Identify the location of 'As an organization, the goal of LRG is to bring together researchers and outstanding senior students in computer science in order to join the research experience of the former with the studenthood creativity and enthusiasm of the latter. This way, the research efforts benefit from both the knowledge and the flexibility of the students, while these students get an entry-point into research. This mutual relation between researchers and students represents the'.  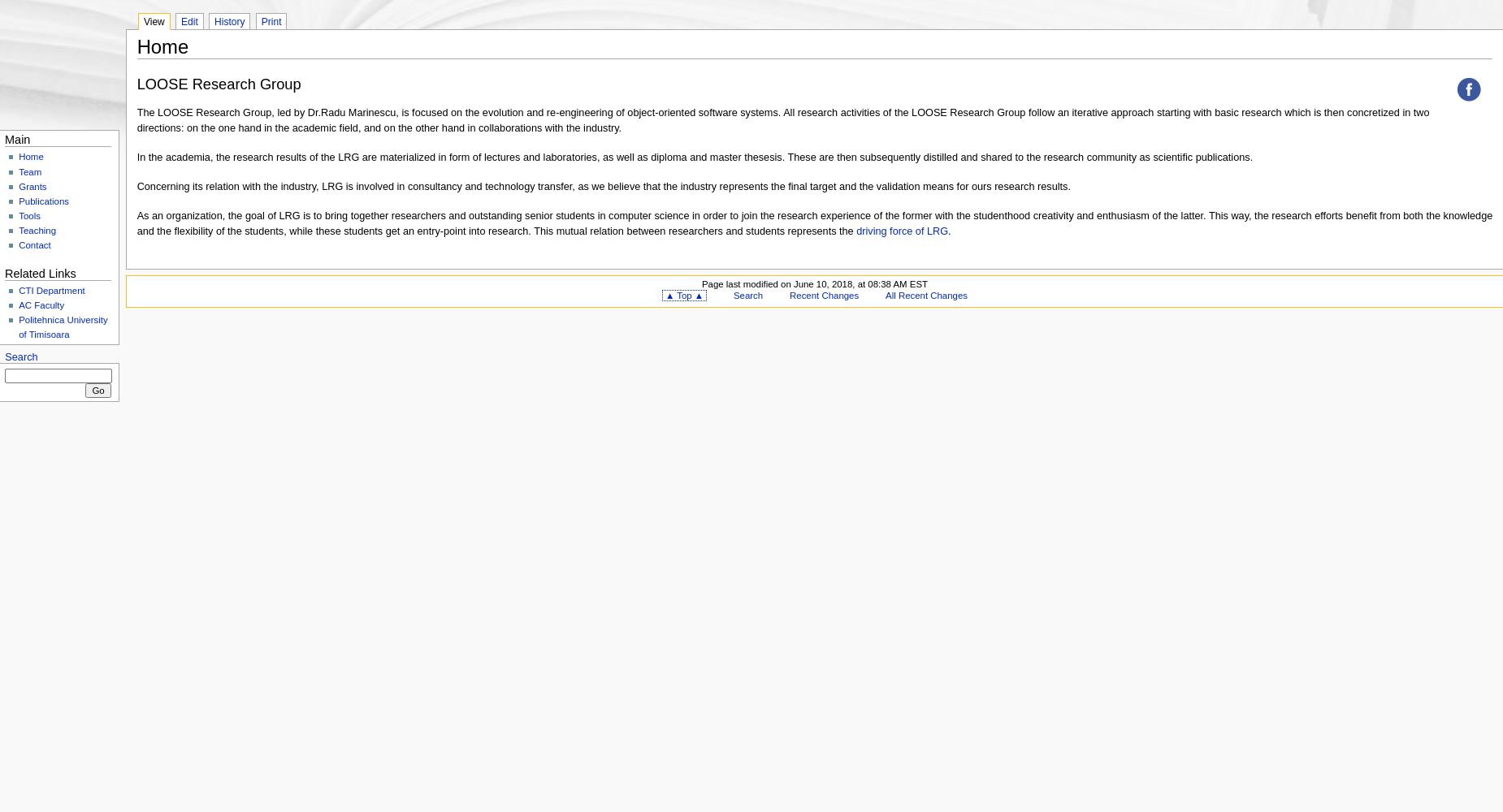
(813, 222).